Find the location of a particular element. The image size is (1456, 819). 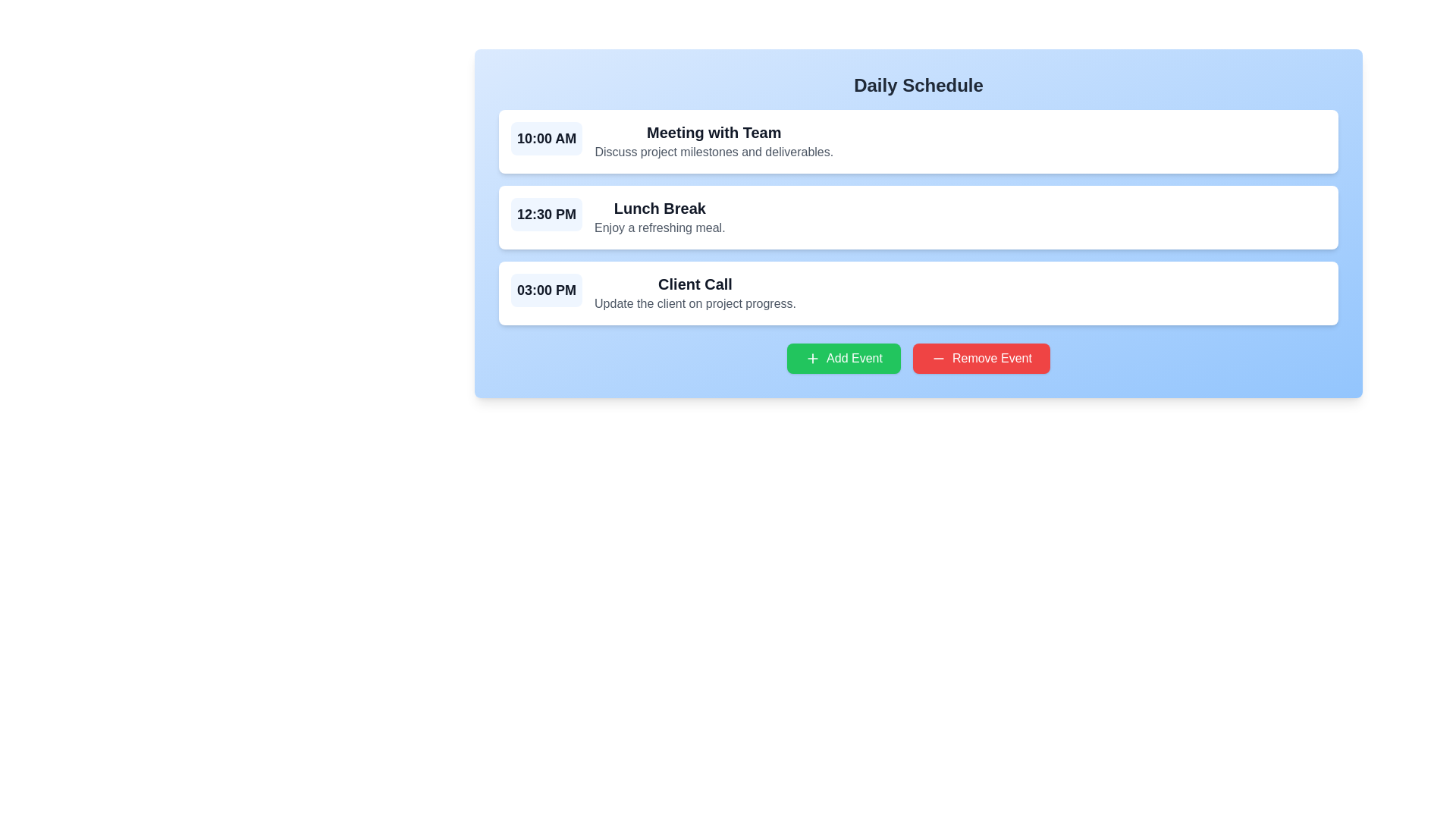

the text element that describes the event titled 'Client Call' located within the third card of the vertical stack layout is located at coordinates (694, 304).